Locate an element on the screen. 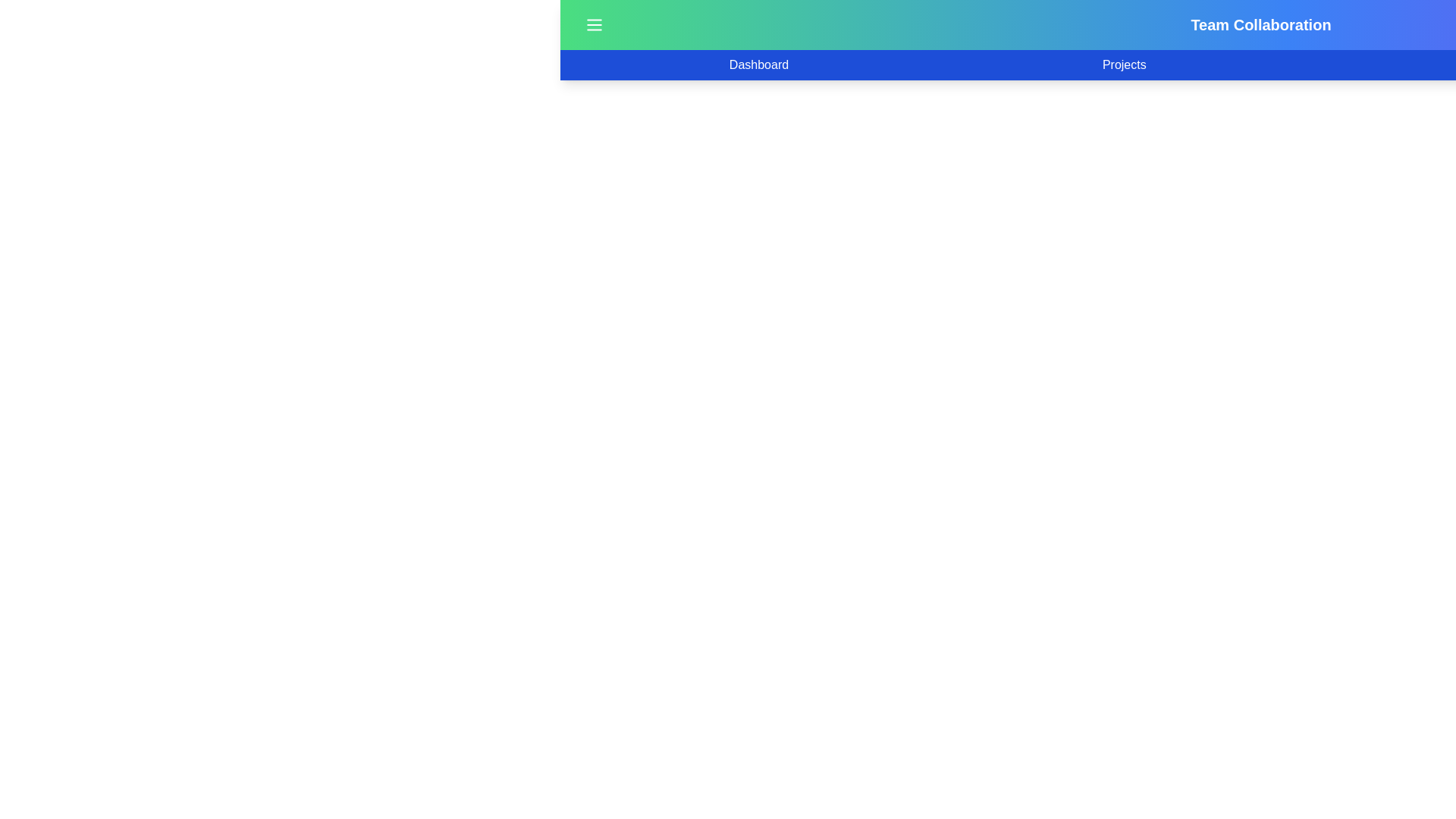  the Dashboard tab to navigate to the corresponding section is located at coordinates (759, 64).